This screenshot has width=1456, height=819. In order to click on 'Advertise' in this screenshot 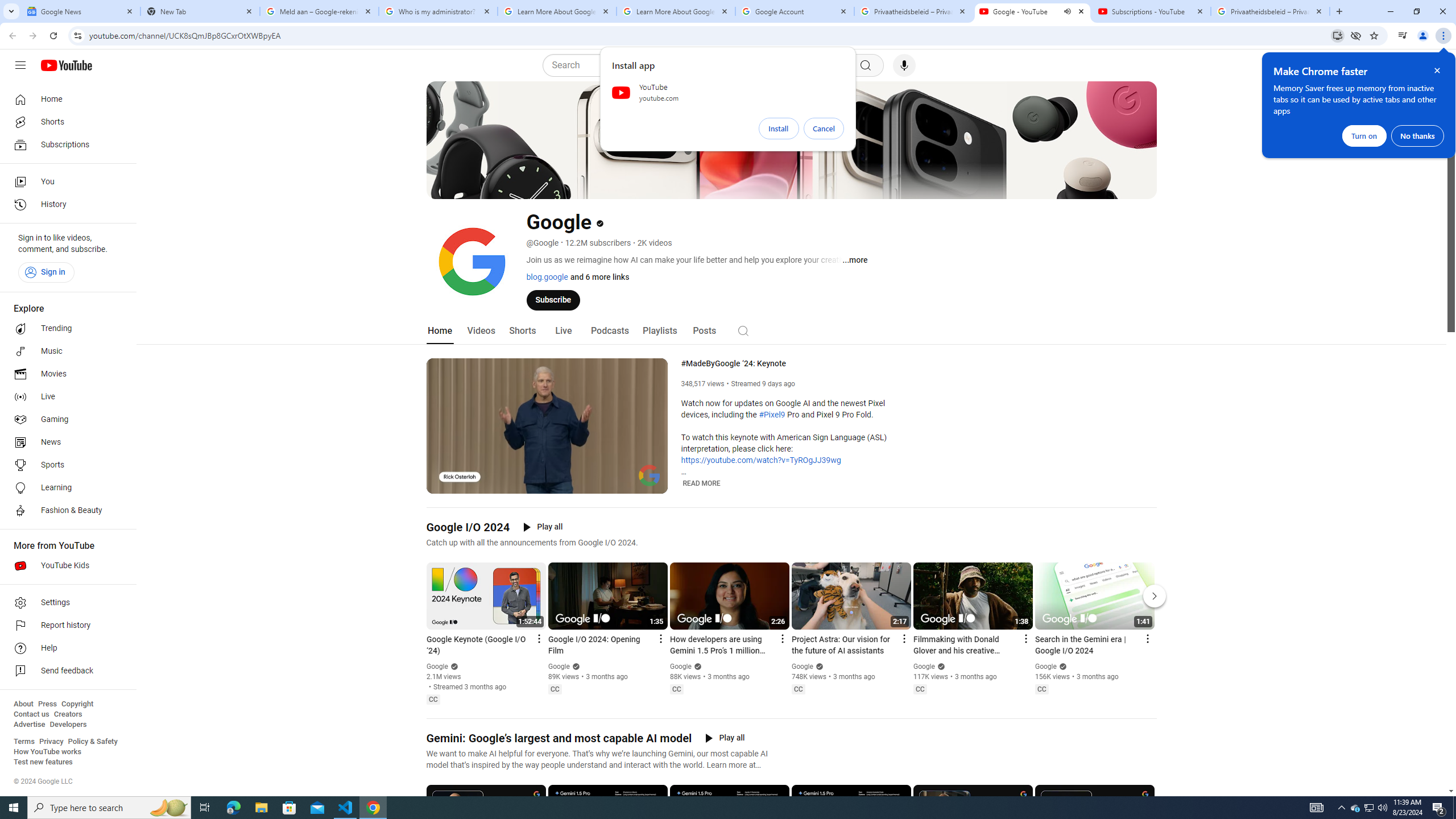, I will do `click(28, 723)`.